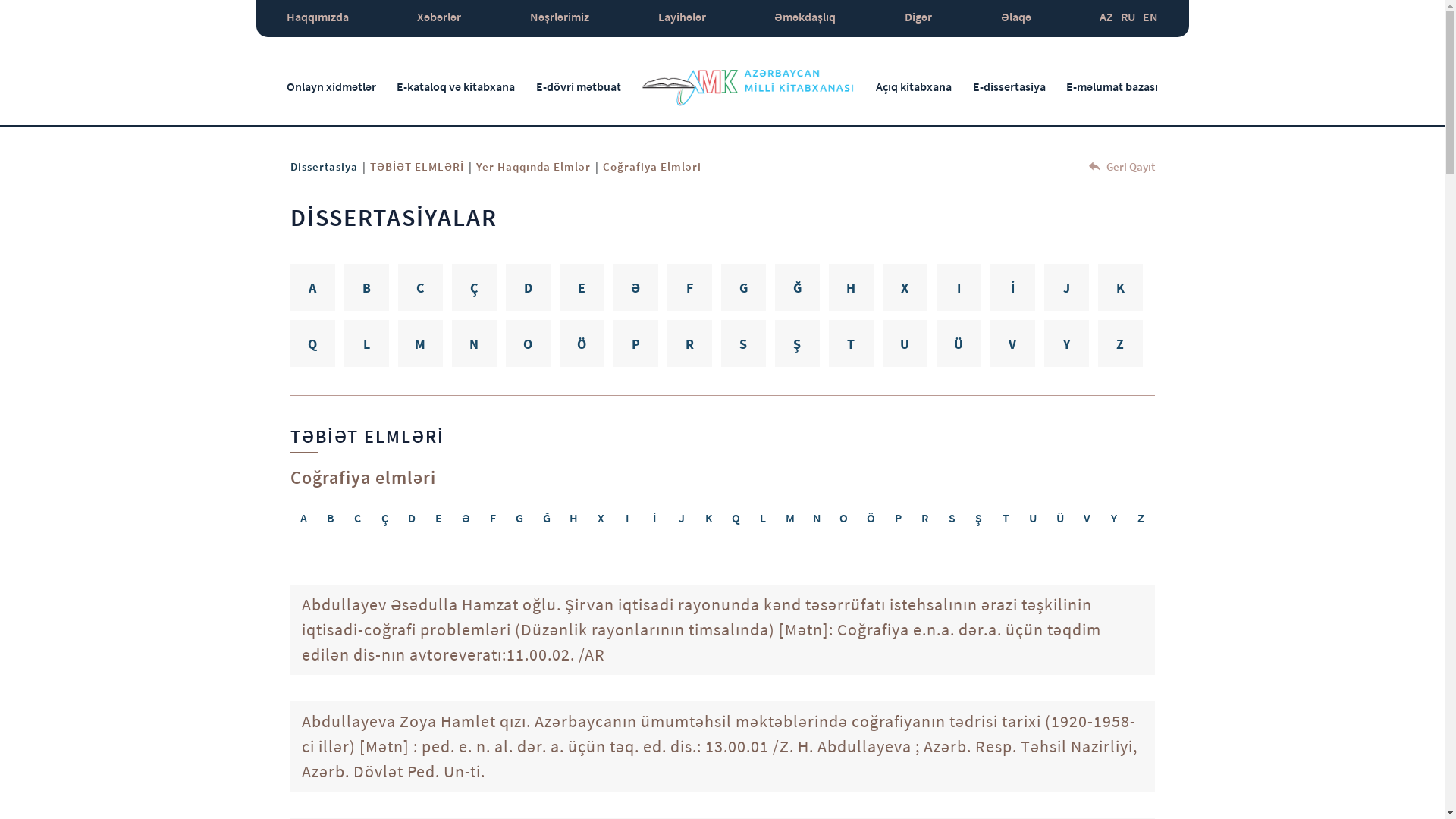  What do you see at coordinates (1099, 18) in the screenshot?
I see `'AZ'` at bounding box center [1099, 18].